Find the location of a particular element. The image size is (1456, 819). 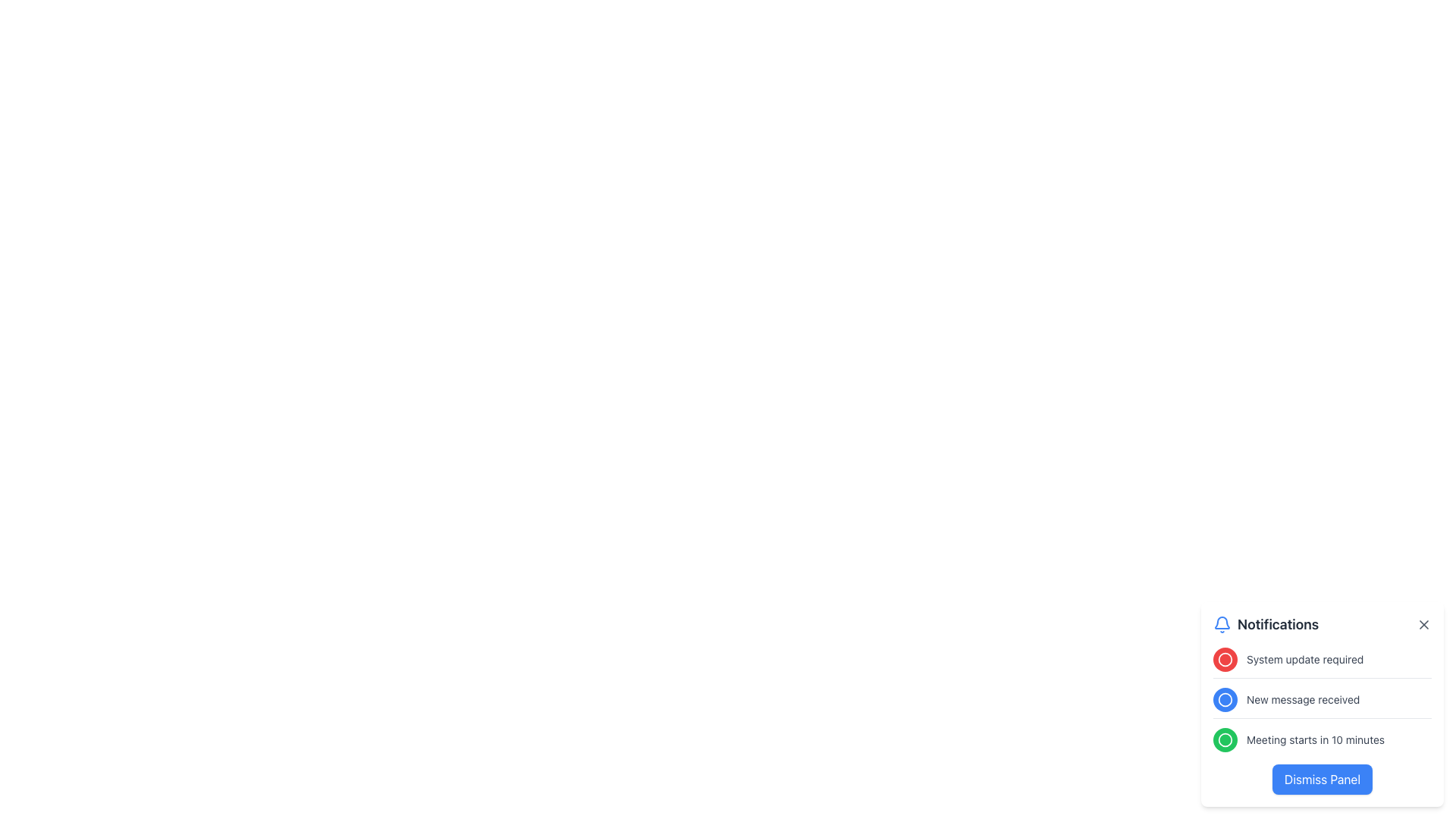

the close icon in the top-right corner of the notification panel is located at coordinates (1423, 625).